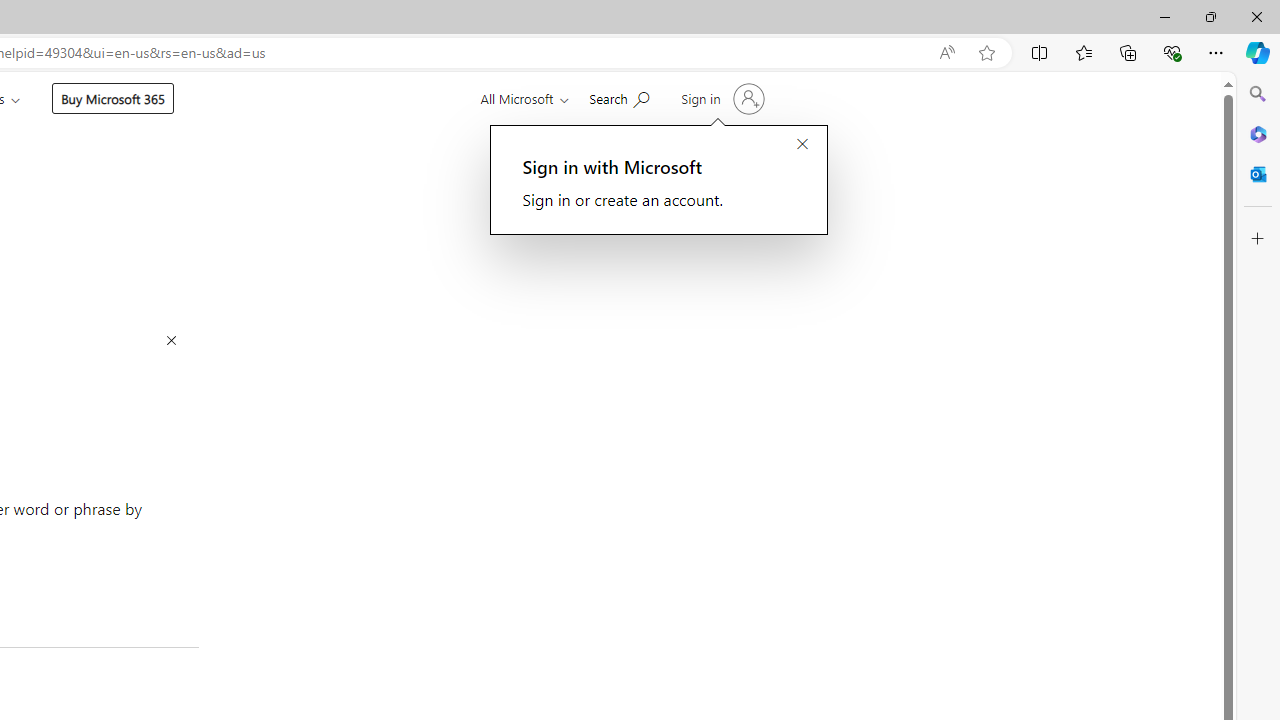 This screenshot has width=1280, height=720. I want to click on 'Browser essentials', so click(1171, 51).